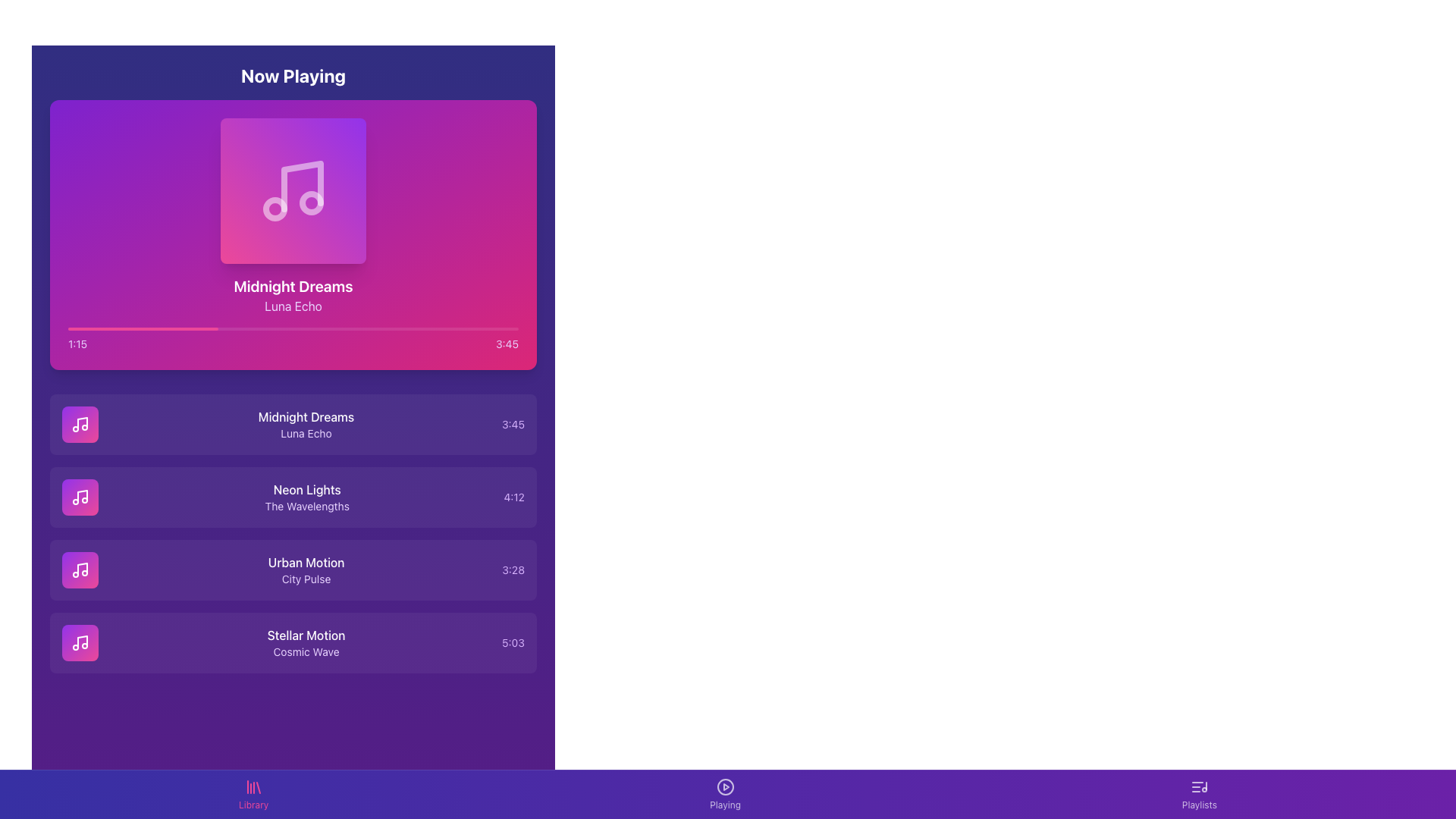  What do you see at coordinates (724, 786) in the screenshot?
I see `the circular SVG element that is part of the play button symbol in the bottom navigation bar, which indicates the 'Playing' section` at bounding box center [724, 786].